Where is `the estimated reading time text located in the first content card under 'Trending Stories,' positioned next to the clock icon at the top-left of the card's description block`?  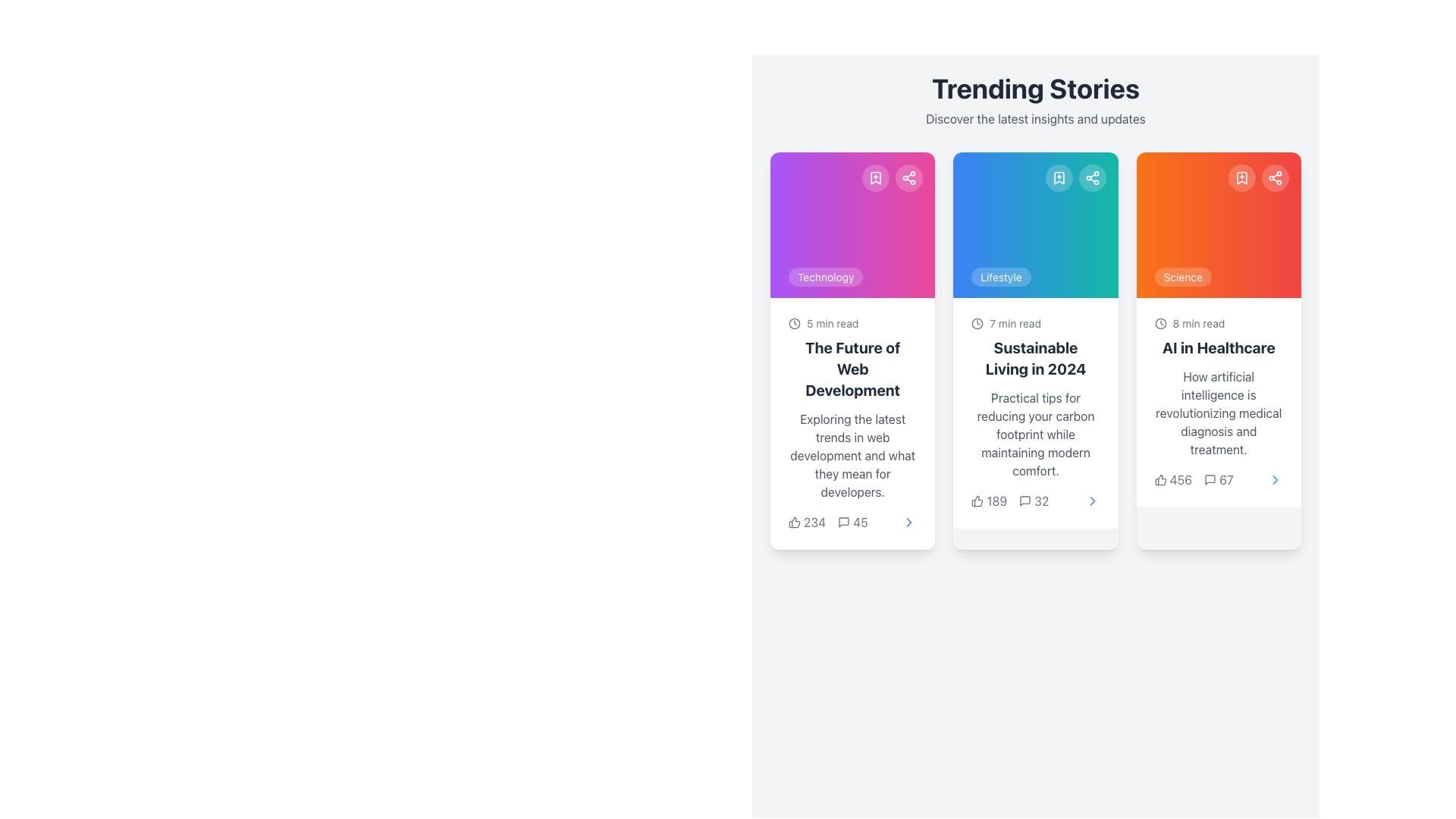 the estimated reading time text located in the first content card under 'Trending Stories,' positioned next to the clock icon at the top-left of the card's description block is located at coordinates (832, 323).